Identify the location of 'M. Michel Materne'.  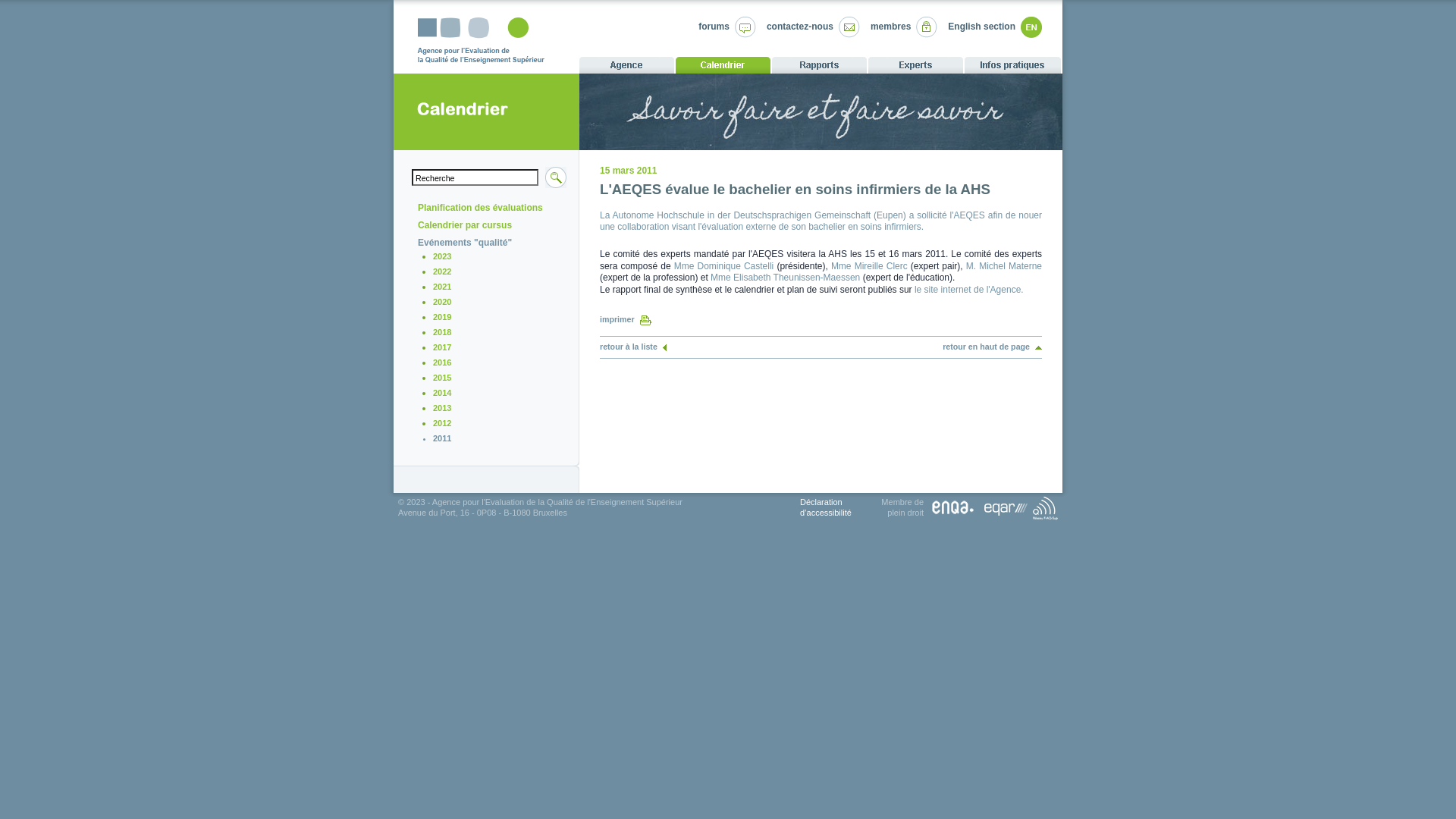
(965, 265).